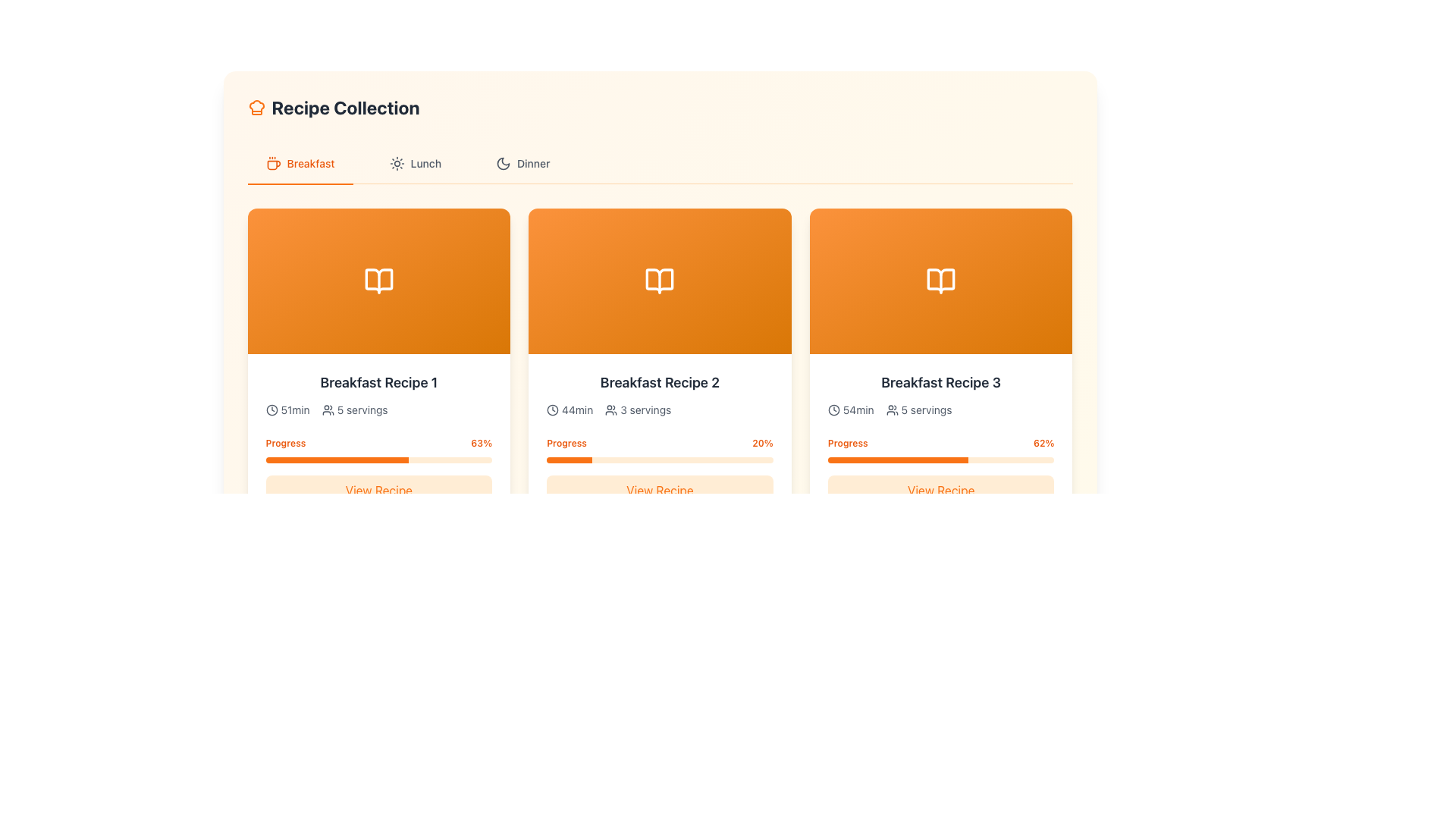  Describe the element at coordinates (378, 446) in the screenshot. I see `the orange progress bar indicating progress for 'Breakfast Recipe 1' in the leftmost column of the three-column grid under the 'Breakfast' tab` at that location.